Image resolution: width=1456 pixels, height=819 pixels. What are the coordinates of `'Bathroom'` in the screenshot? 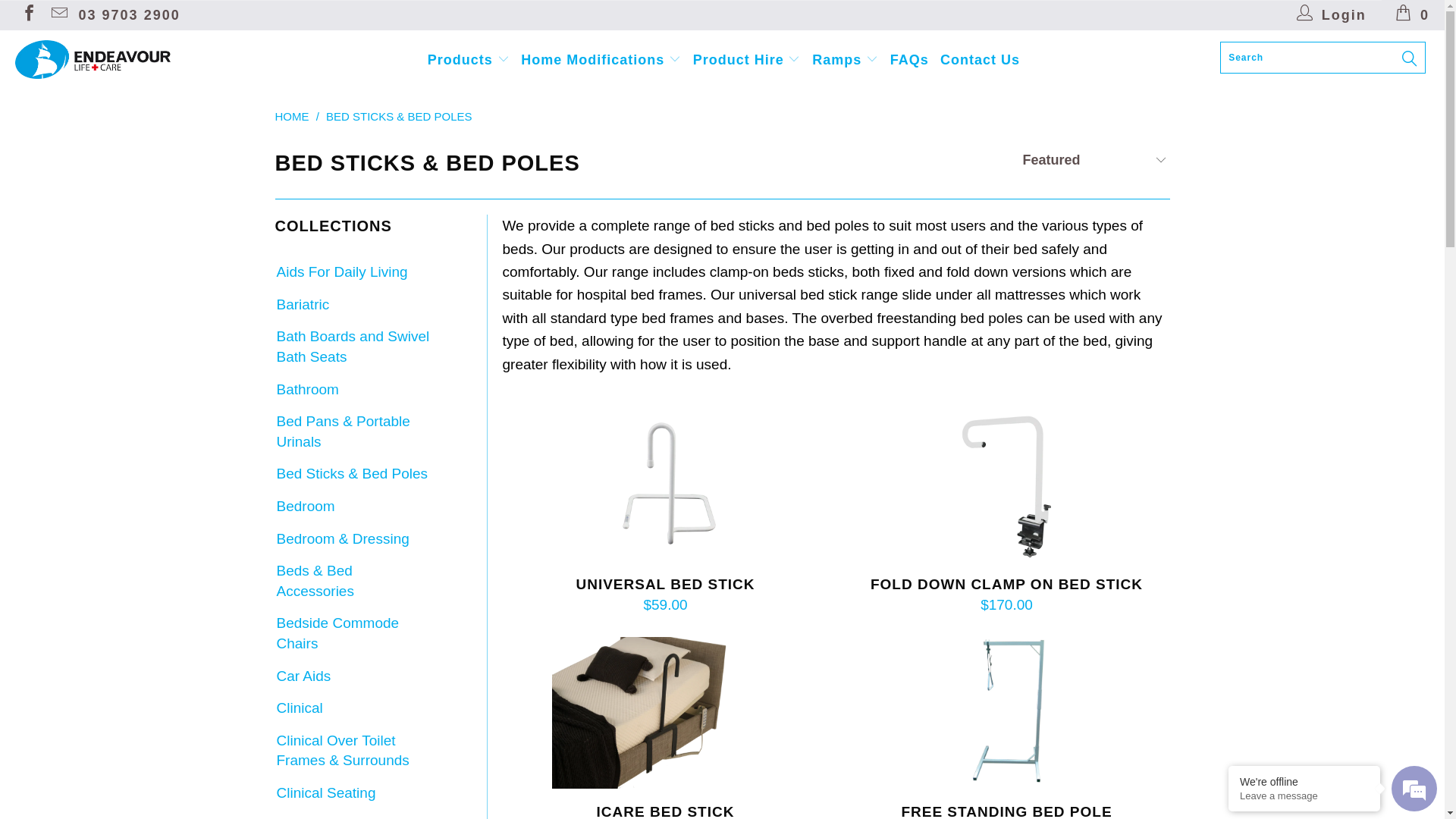 It's located at (305, 389).